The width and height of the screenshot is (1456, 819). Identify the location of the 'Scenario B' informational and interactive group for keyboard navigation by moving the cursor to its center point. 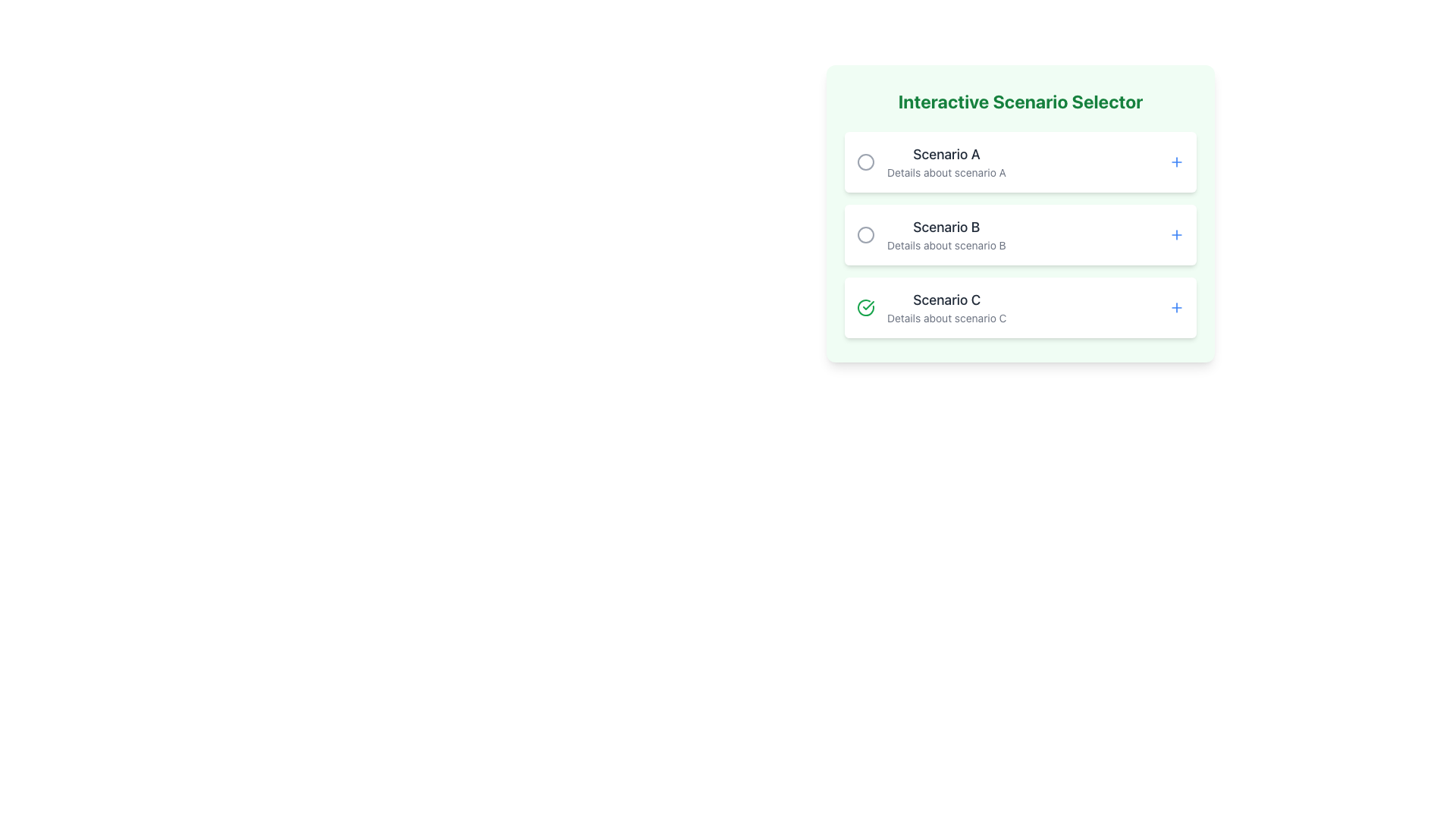
(930, 234).